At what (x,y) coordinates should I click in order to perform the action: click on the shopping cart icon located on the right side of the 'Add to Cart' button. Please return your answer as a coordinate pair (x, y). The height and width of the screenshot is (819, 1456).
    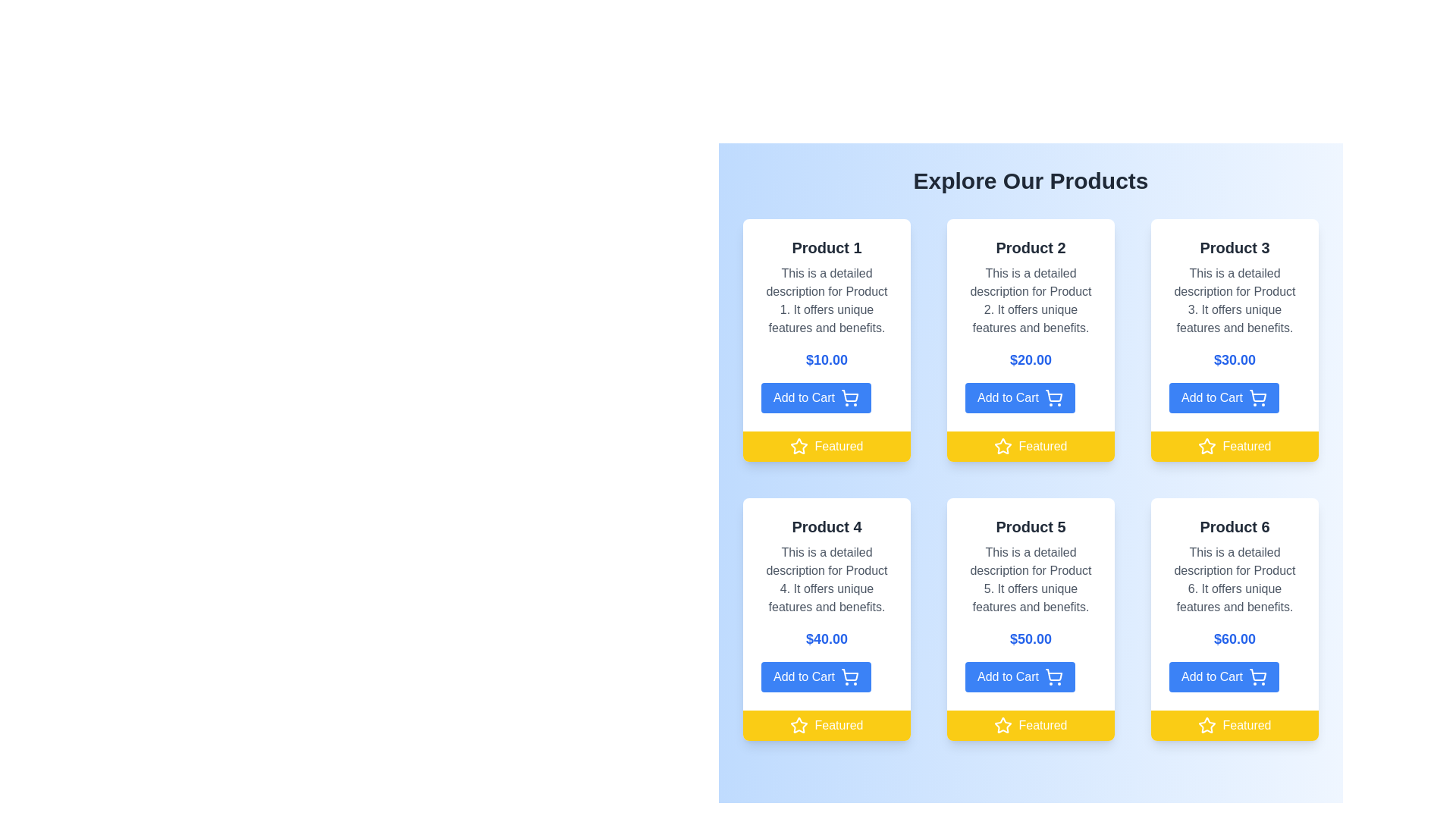
    Looking at the image, I should click on (1053, 674).